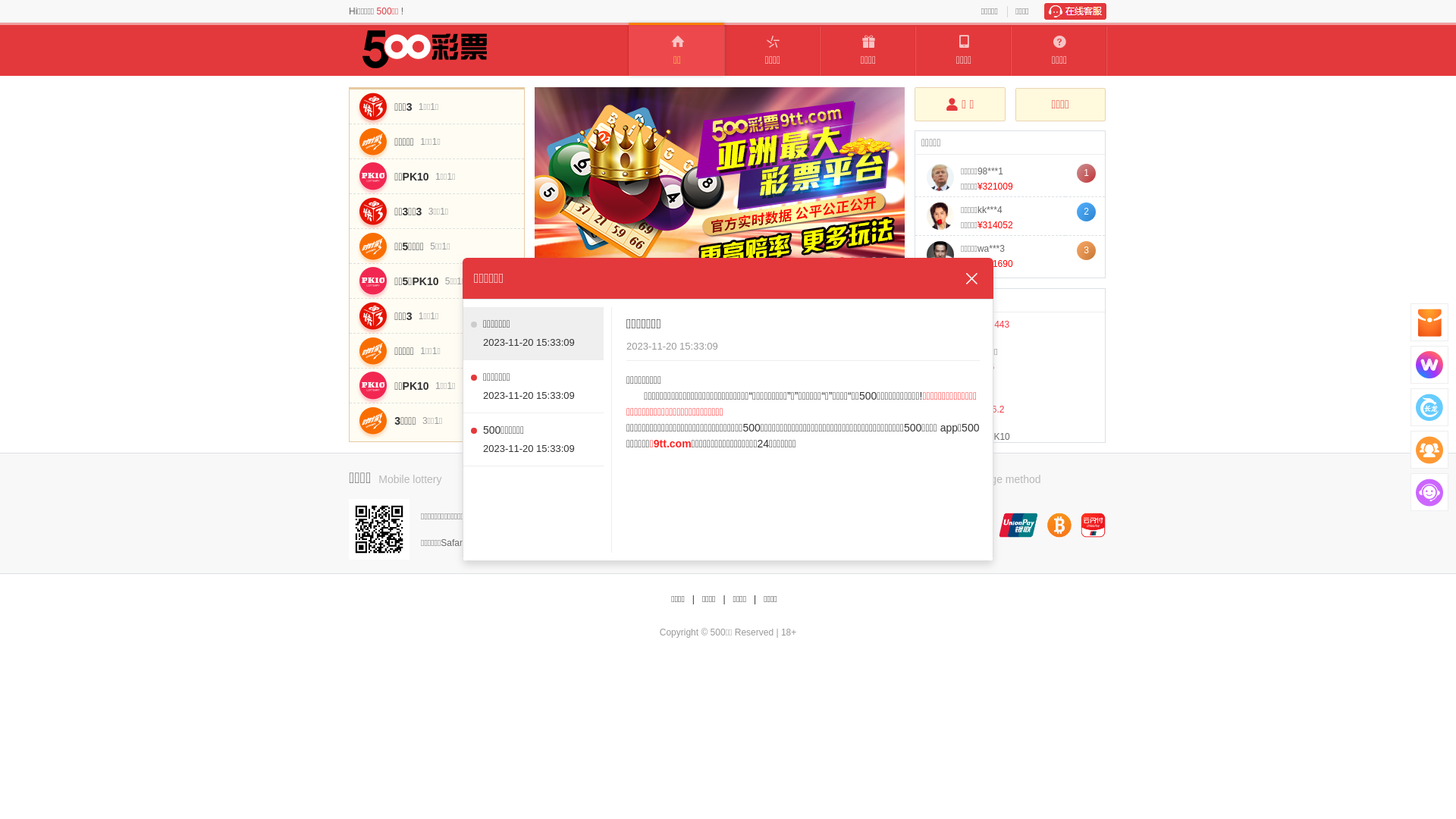 The height and width of the screenshot is (819, 1456). I want to click on '|', so click(755, 598).